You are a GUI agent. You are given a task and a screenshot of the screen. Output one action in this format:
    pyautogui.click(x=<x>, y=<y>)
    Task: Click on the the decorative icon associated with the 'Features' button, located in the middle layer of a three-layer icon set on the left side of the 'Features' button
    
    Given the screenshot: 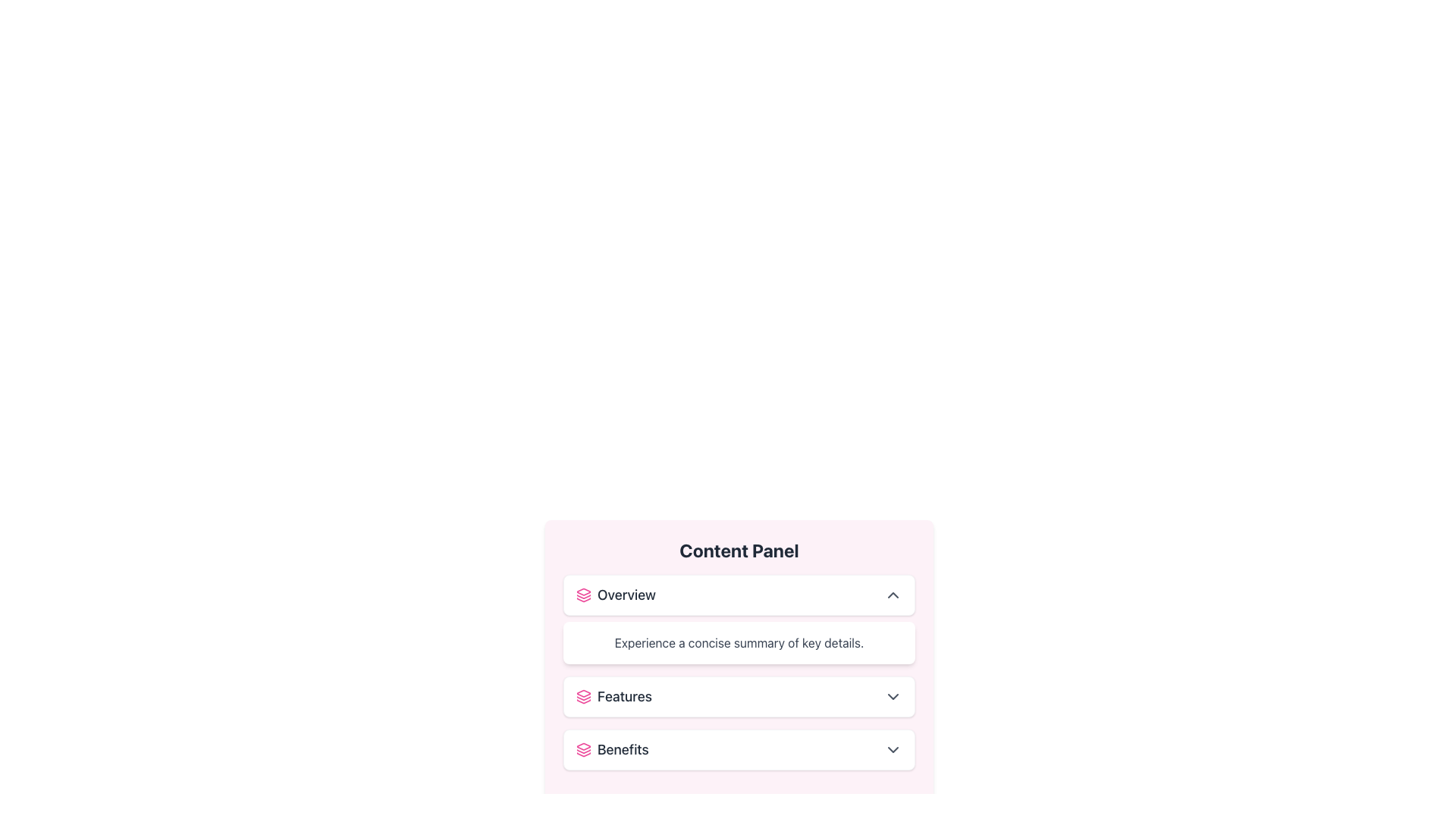 What is the action you would take?
    pyautogui.click(x=582, y=698)
    